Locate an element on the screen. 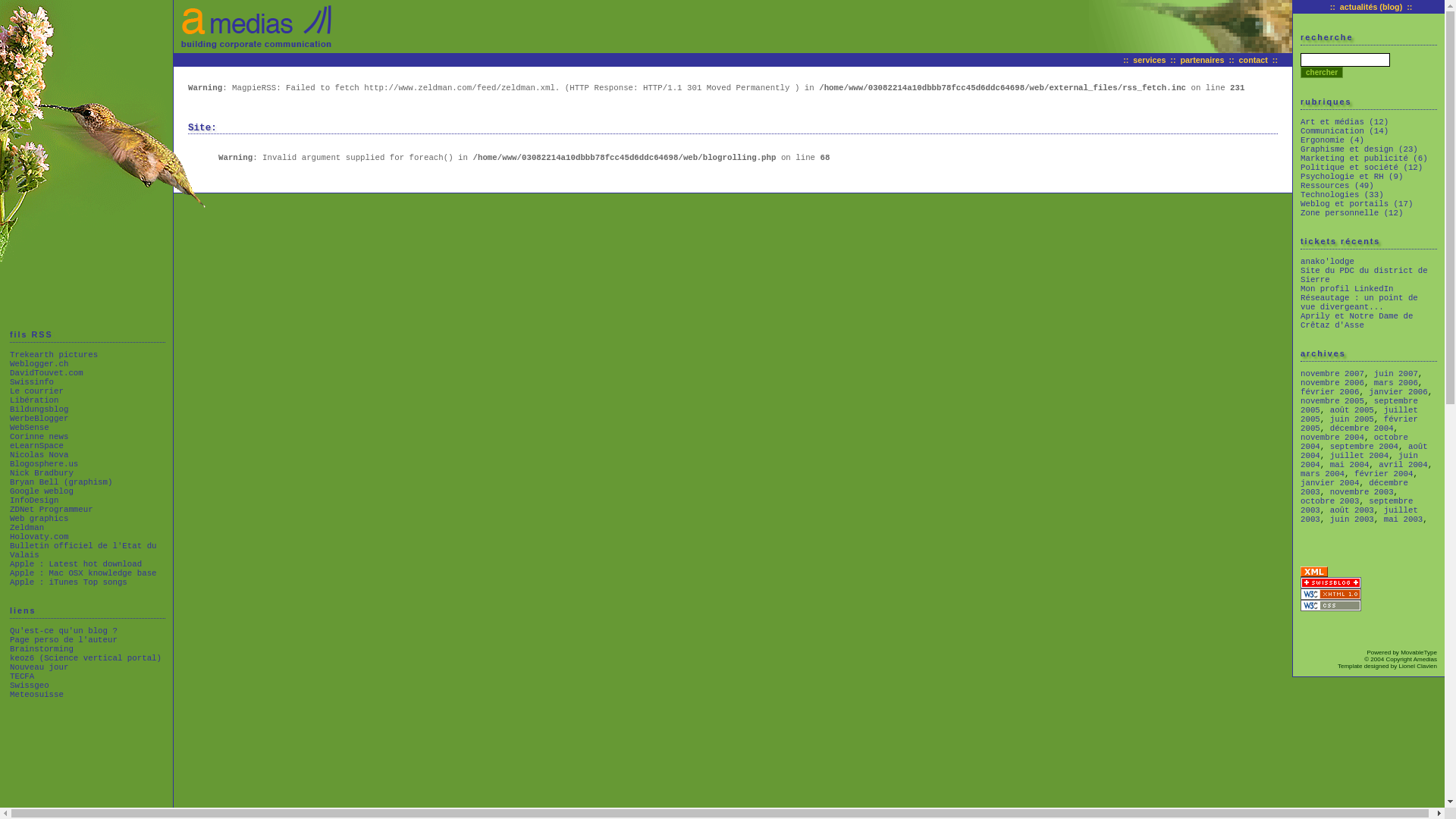 The width and height of the screenshot is (1456, 819). 'Nicolas Nova' is located at coordinates (39, 454).